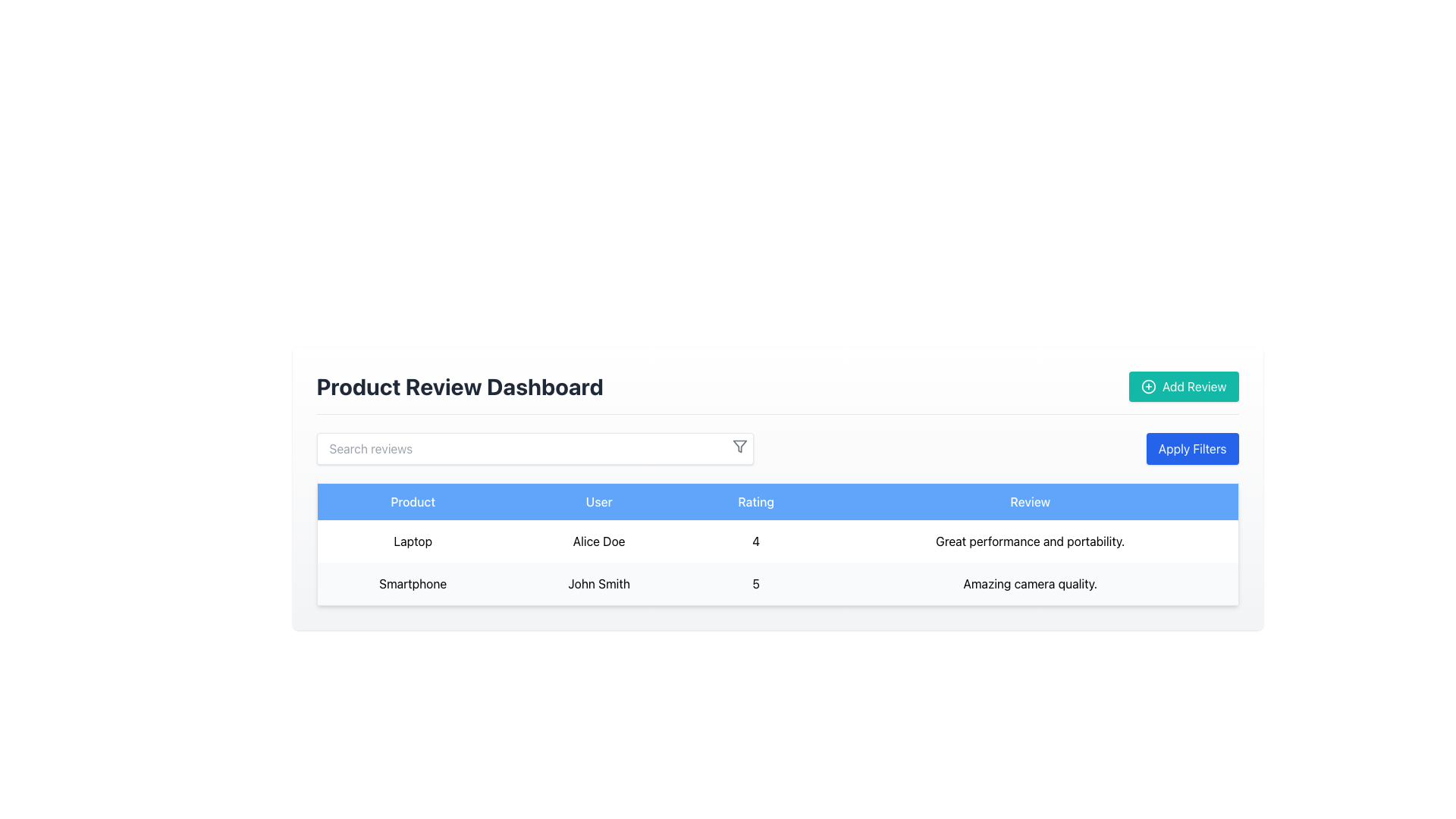 The height and width of the screenshot is (819, 1456). What do you see at coordinates (413, 583) in the screenshot?
I see `the static text label displaying the product name in the second row of the table under the 'Product' column` at bounding box center [413, 583].